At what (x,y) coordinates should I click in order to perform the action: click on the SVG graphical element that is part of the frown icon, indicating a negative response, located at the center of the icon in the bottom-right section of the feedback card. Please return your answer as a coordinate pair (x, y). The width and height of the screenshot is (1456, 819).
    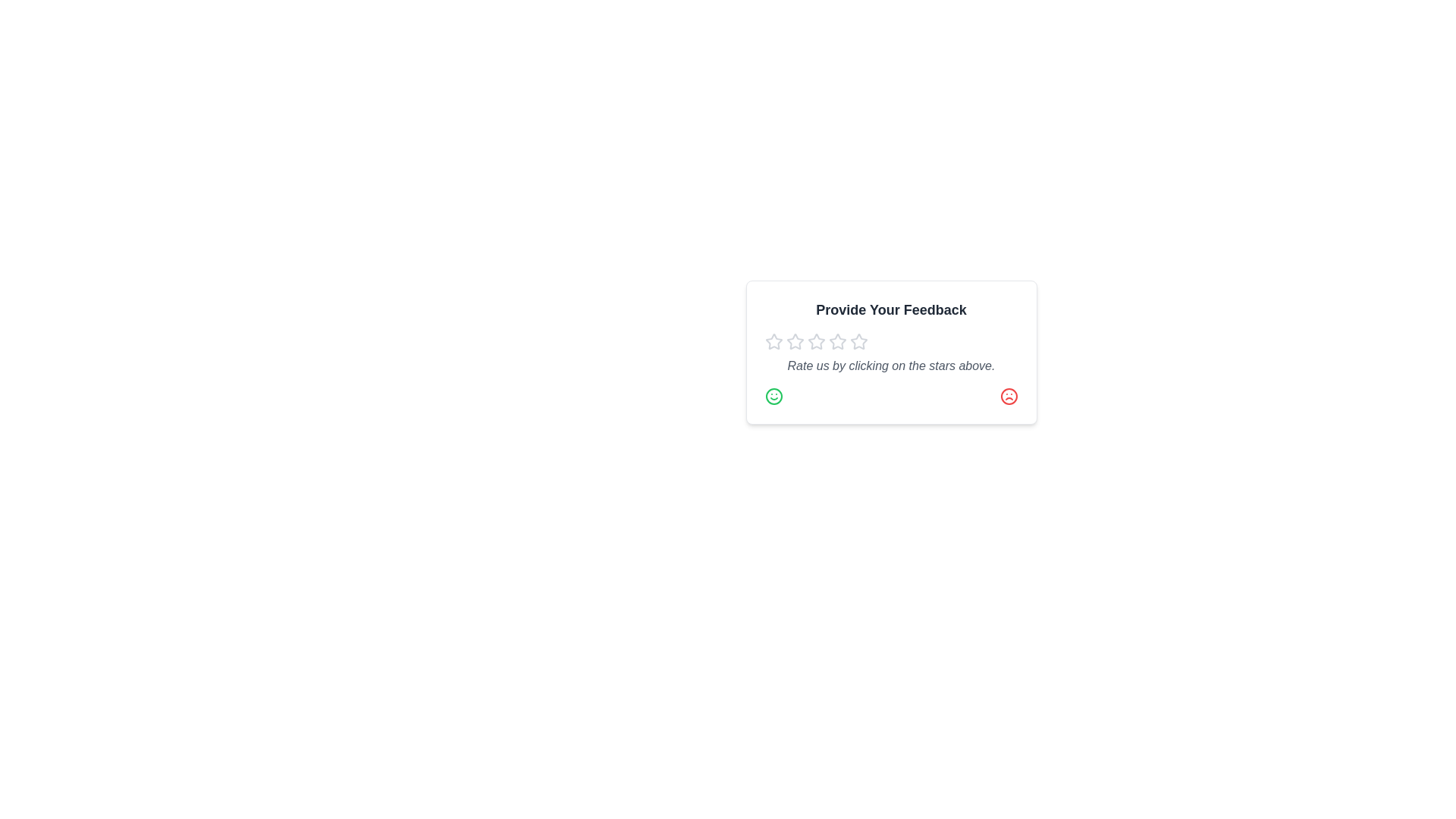
    Looking at the image, I should click on (1009, 396).